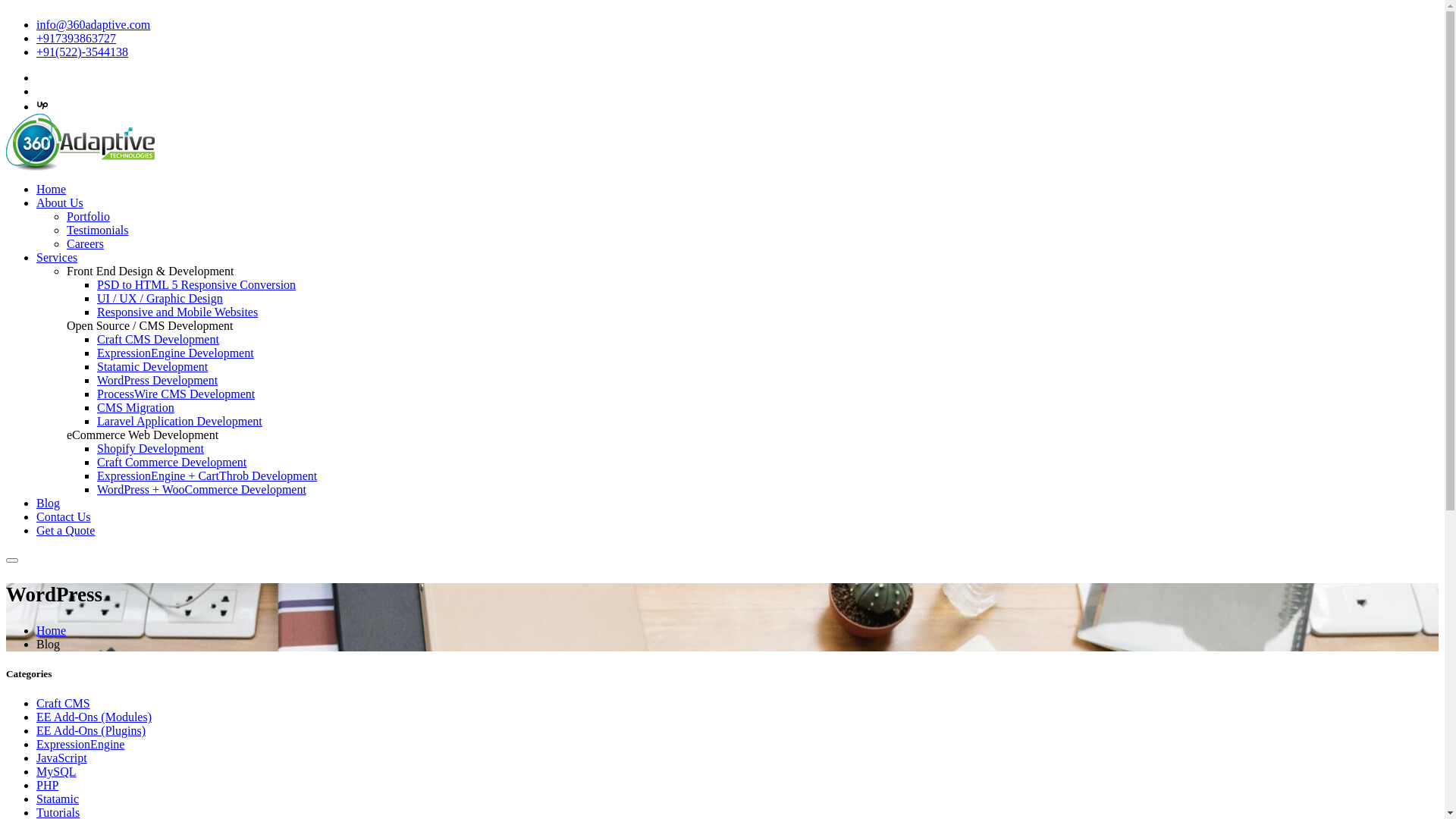 The image size is (1456, 819). Describe the element at coordinates (96, 406) in the screenshot. I see `'CMS Migration'` at that location.